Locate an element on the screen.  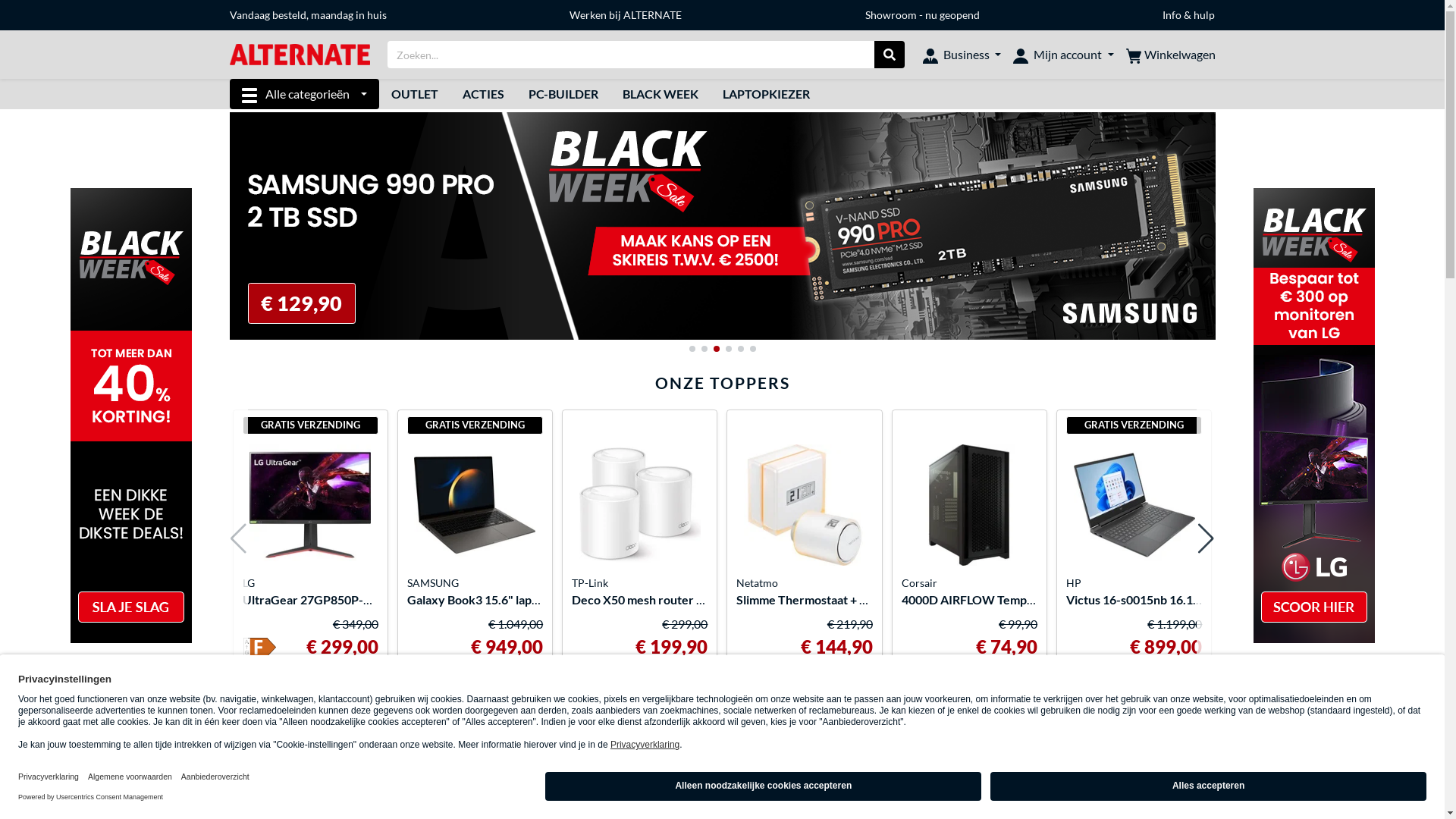
'Zoeken...' is located at coordinates (889, 54).